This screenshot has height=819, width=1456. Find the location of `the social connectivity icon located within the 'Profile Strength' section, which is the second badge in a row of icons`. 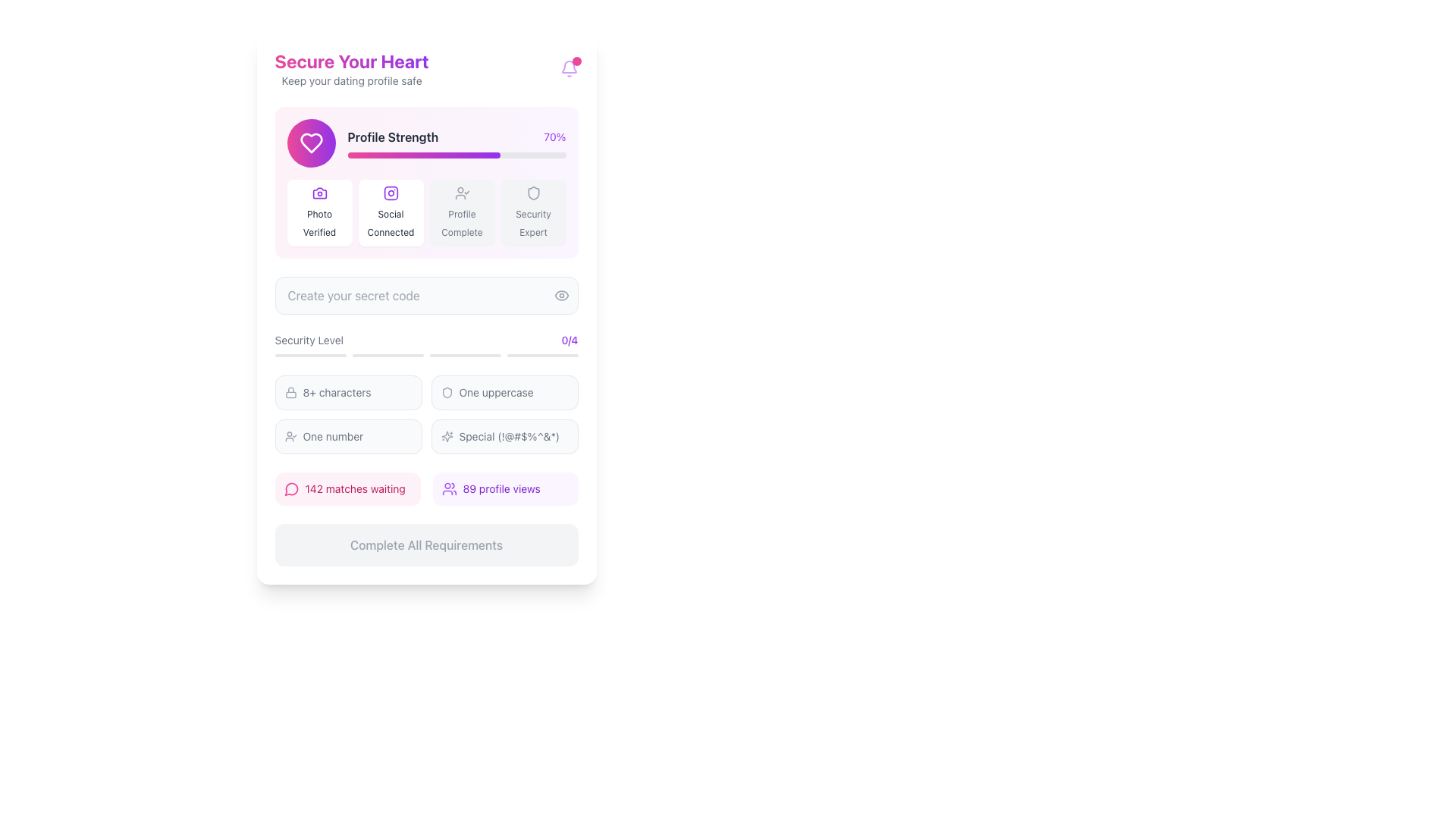

the social connectivity icon located within the 'Profile Strength' section, which is the second badge in a row of icons is located at coordinates (391, 192).